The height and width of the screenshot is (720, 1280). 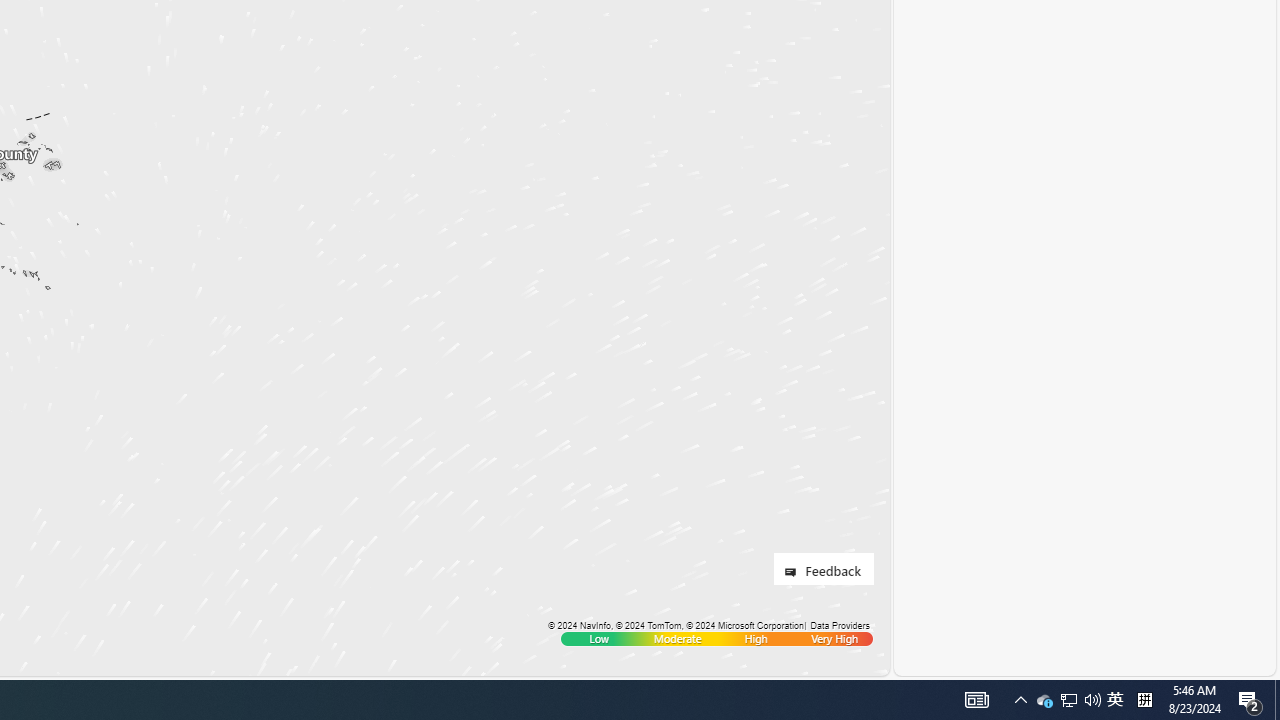 I want to click on 'Data Providers', so click(x=840, y=624).